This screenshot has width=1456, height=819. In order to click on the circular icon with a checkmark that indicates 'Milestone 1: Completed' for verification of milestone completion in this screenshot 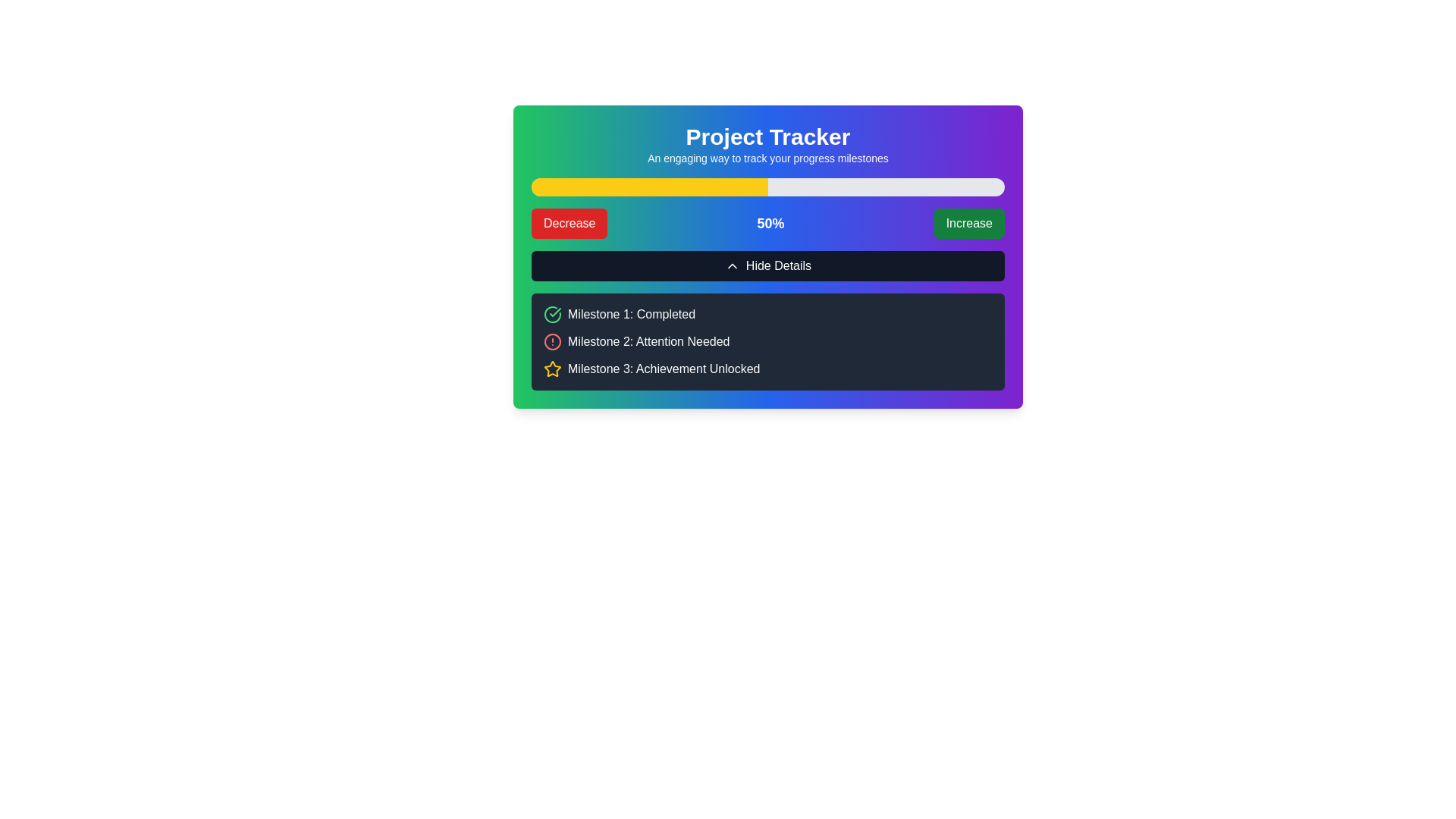, I will do `click(552, 314)`.